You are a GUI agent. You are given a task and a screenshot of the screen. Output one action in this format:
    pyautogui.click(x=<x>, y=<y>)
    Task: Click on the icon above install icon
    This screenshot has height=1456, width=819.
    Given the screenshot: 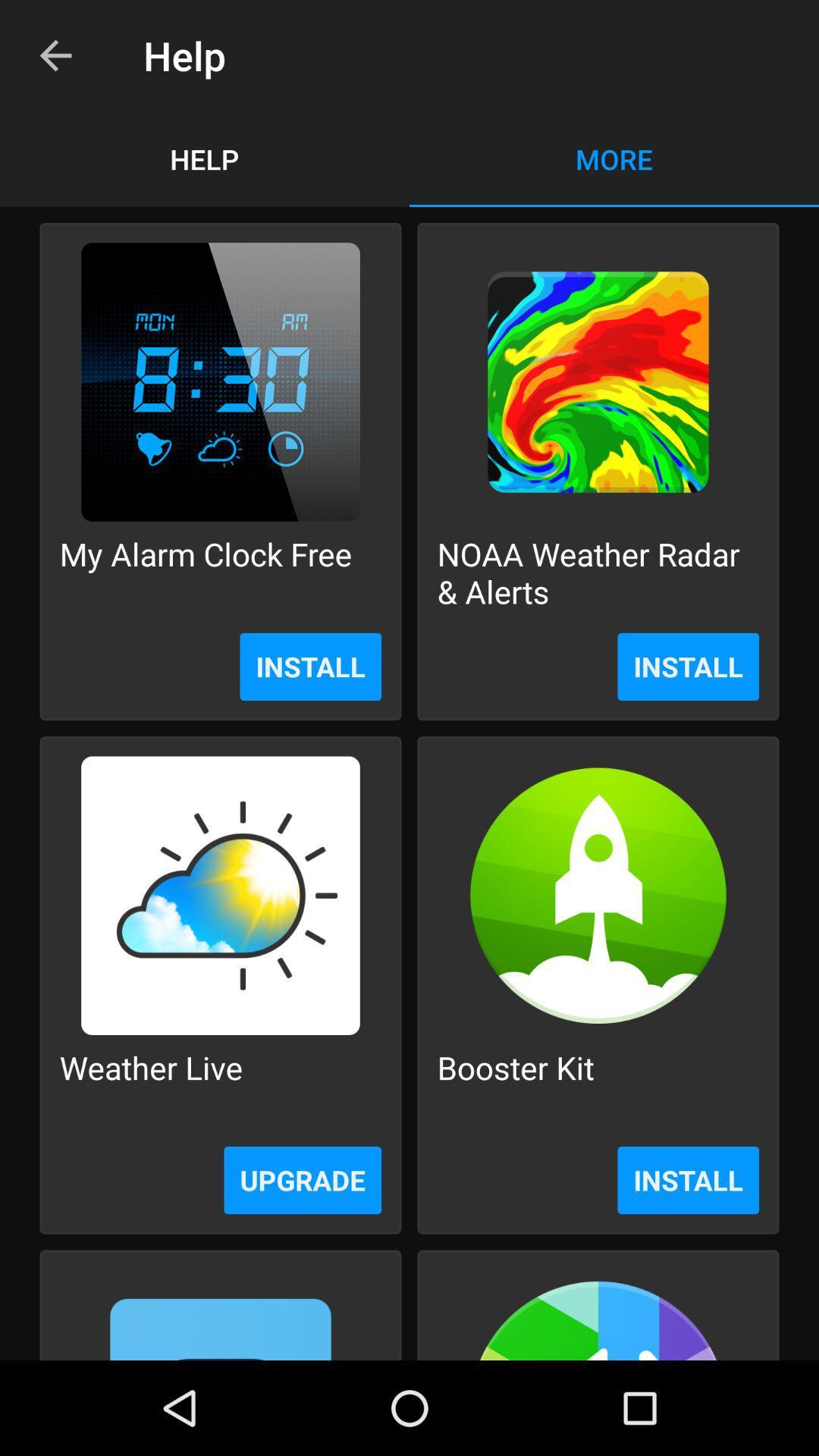 What is the action you would take?
    pyautogui.click(x=598, y=572)
    